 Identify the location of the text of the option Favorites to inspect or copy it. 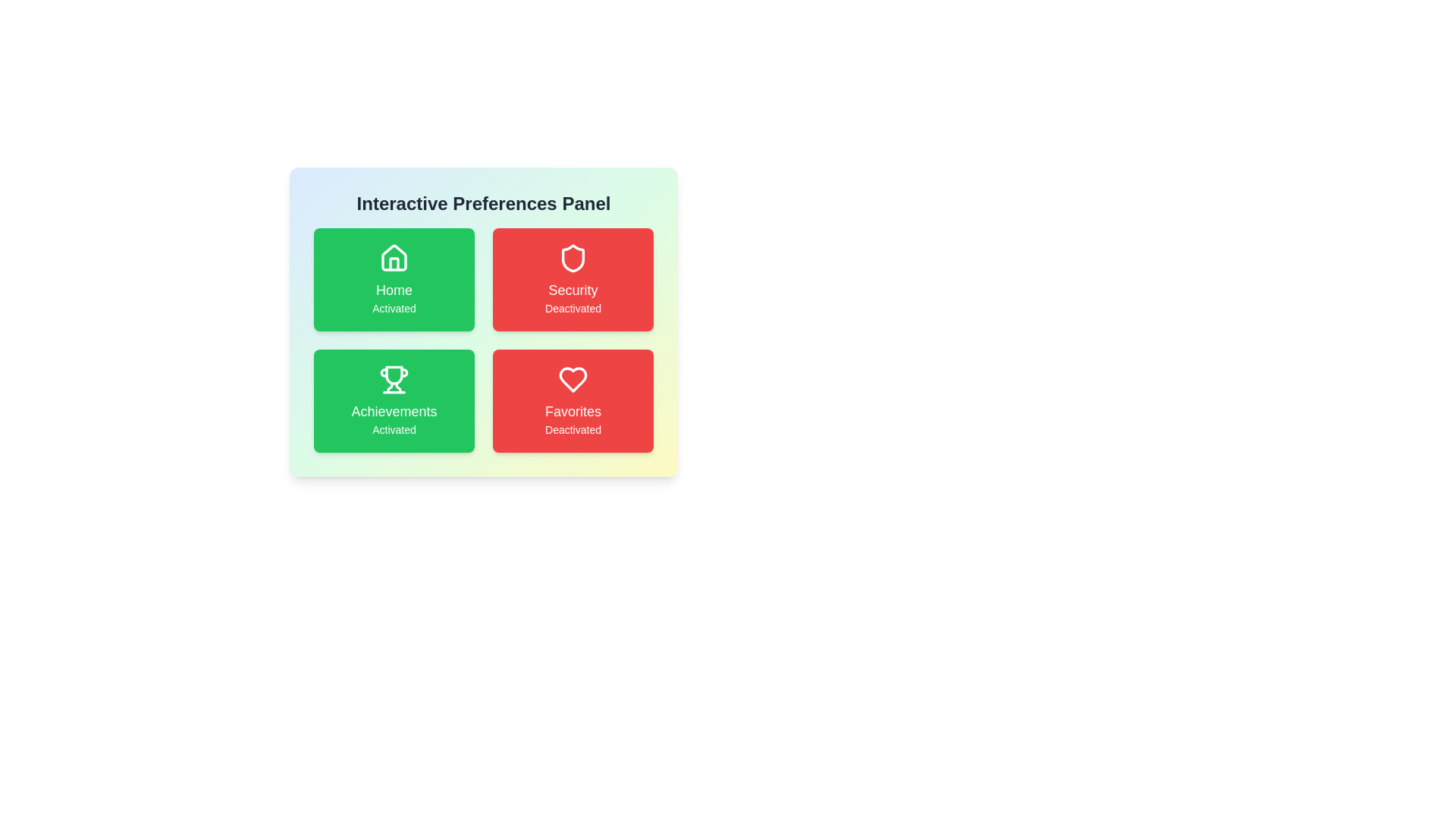
(572, 400).